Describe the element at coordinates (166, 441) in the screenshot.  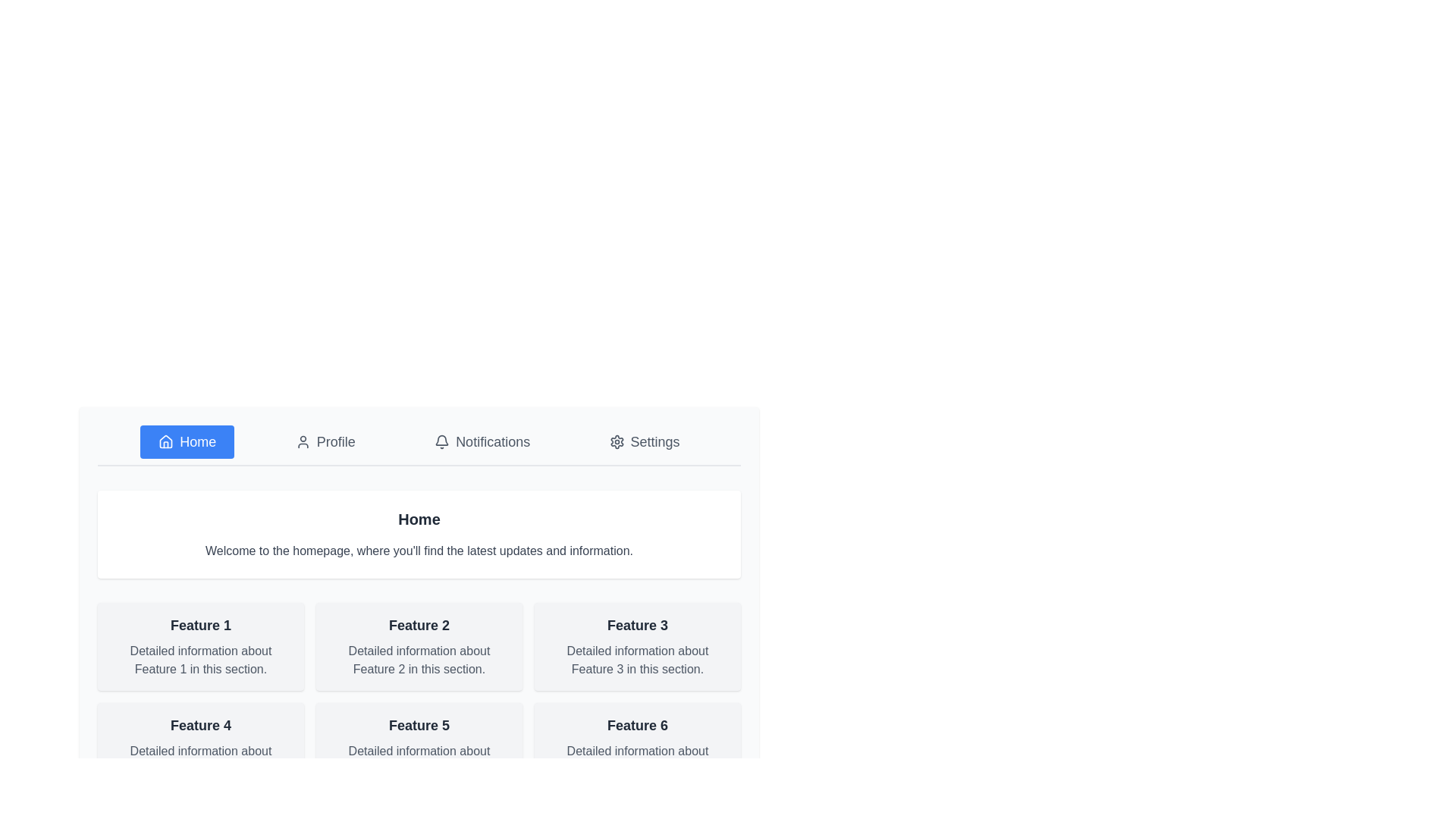
I see `the minimalist house-like icon in the 'Home' button group for interactivity` at that location.